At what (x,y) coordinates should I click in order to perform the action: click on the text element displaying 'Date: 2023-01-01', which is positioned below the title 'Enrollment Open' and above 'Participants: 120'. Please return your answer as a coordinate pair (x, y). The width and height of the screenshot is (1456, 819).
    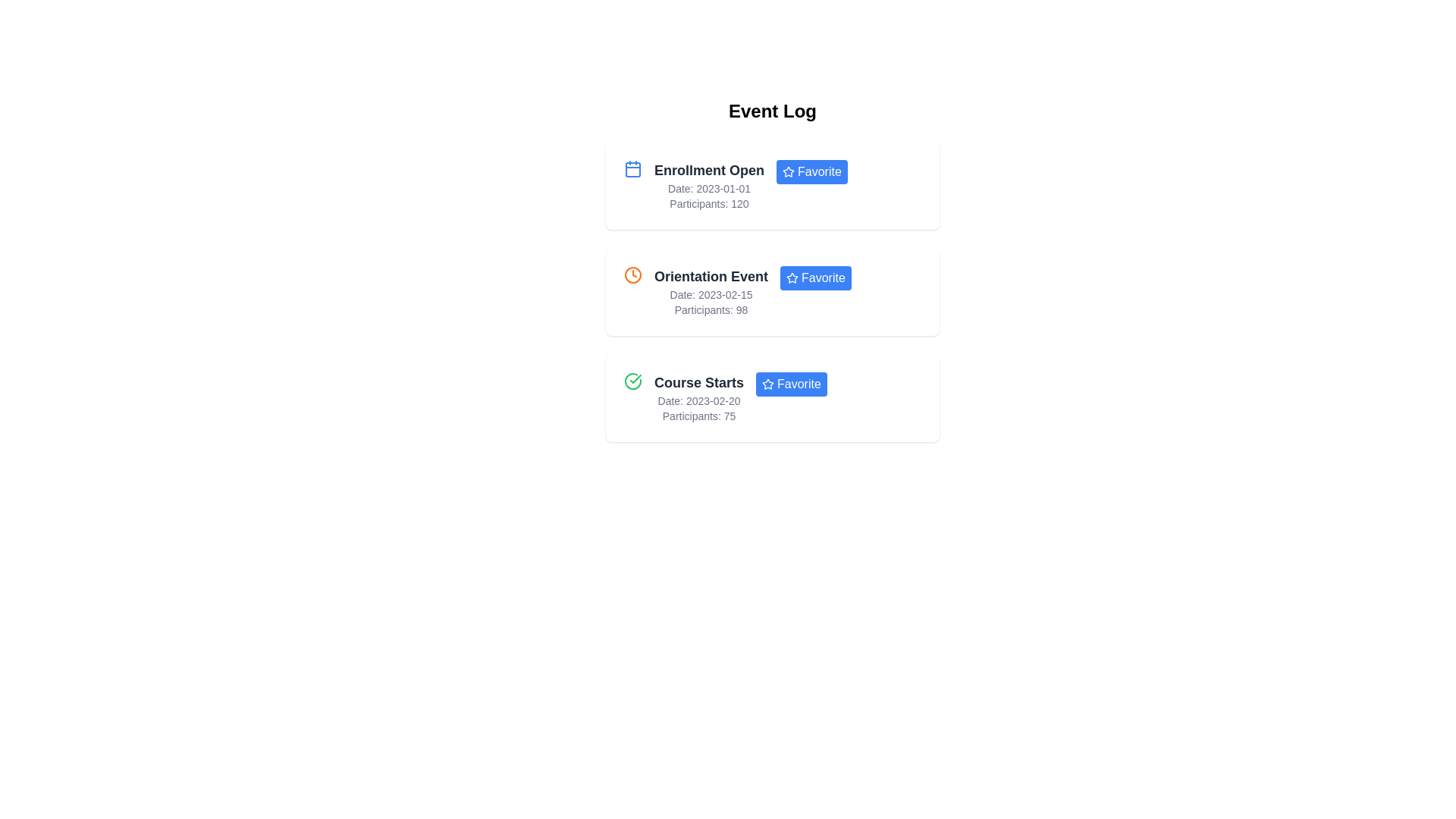
    Looking at the image, I should click on (708, 188).